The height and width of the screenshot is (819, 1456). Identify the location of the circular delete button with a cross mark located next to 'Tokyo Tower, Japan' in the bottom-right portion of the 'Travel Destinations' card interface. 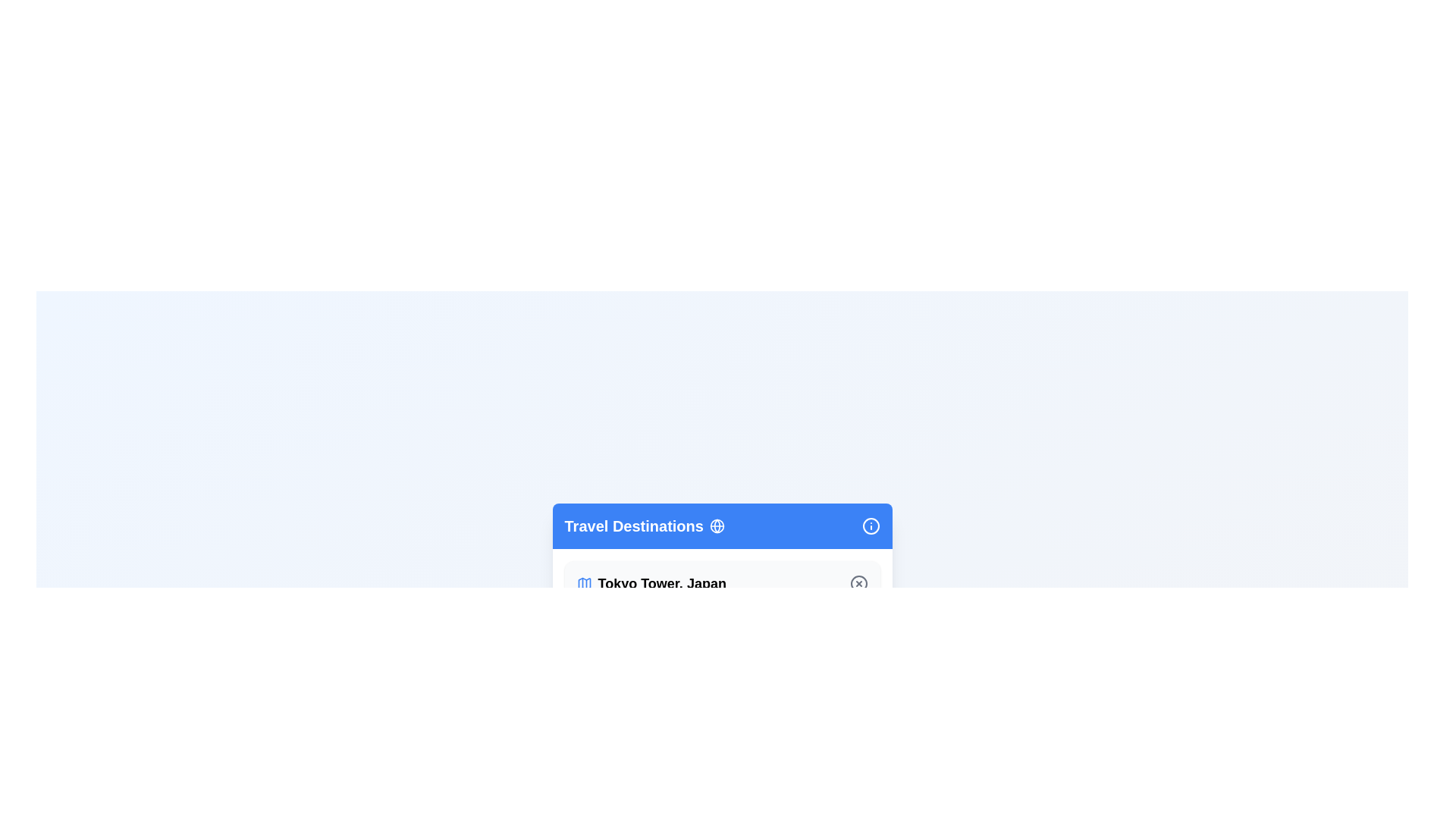
(858, 583).